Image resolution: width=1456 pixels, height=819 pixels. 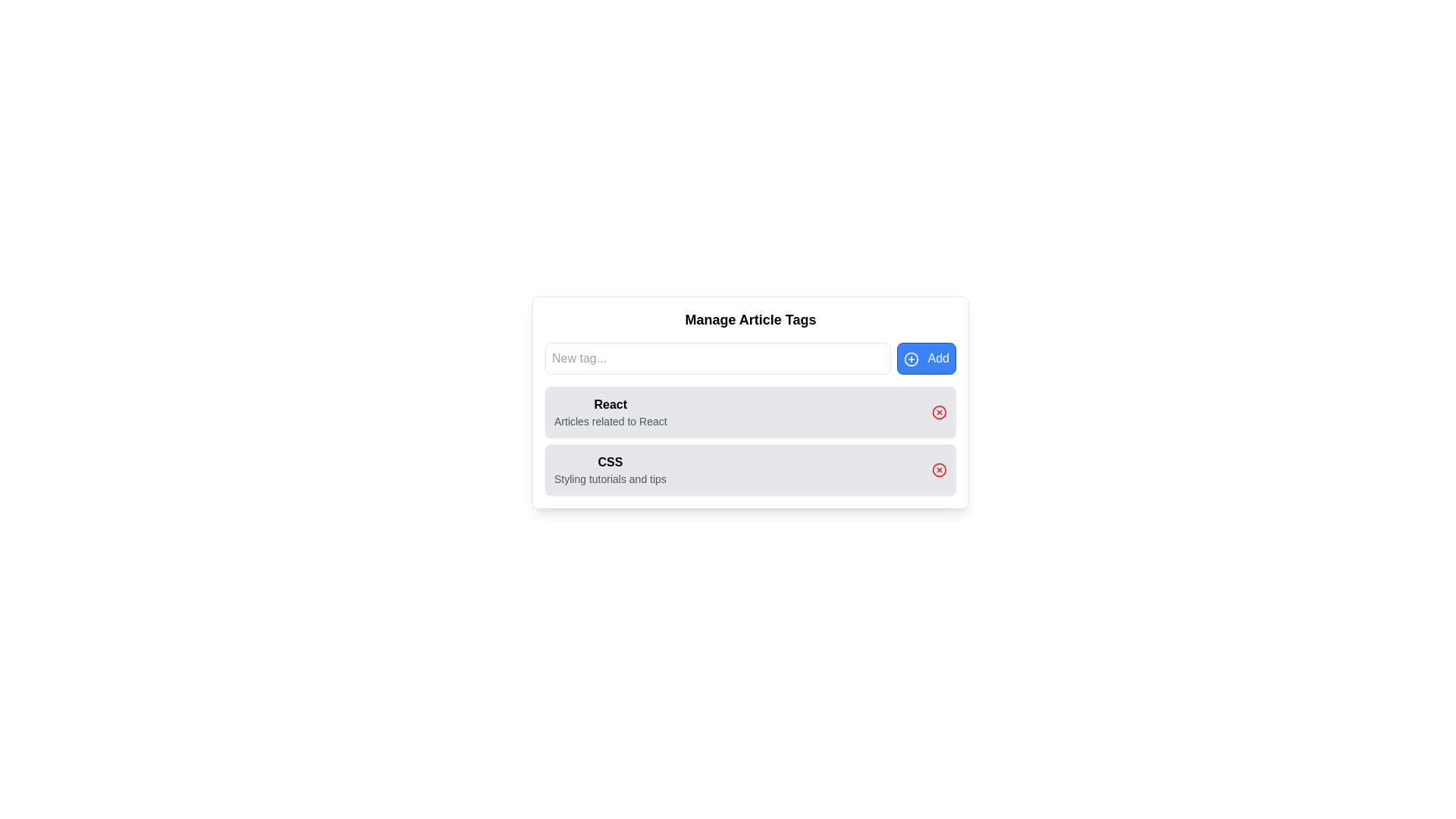 I want to click on the close or delete button for the 'React' item, which is located at the far-right end of the 'React' row in the list of tags, so click(x=938, y=412).